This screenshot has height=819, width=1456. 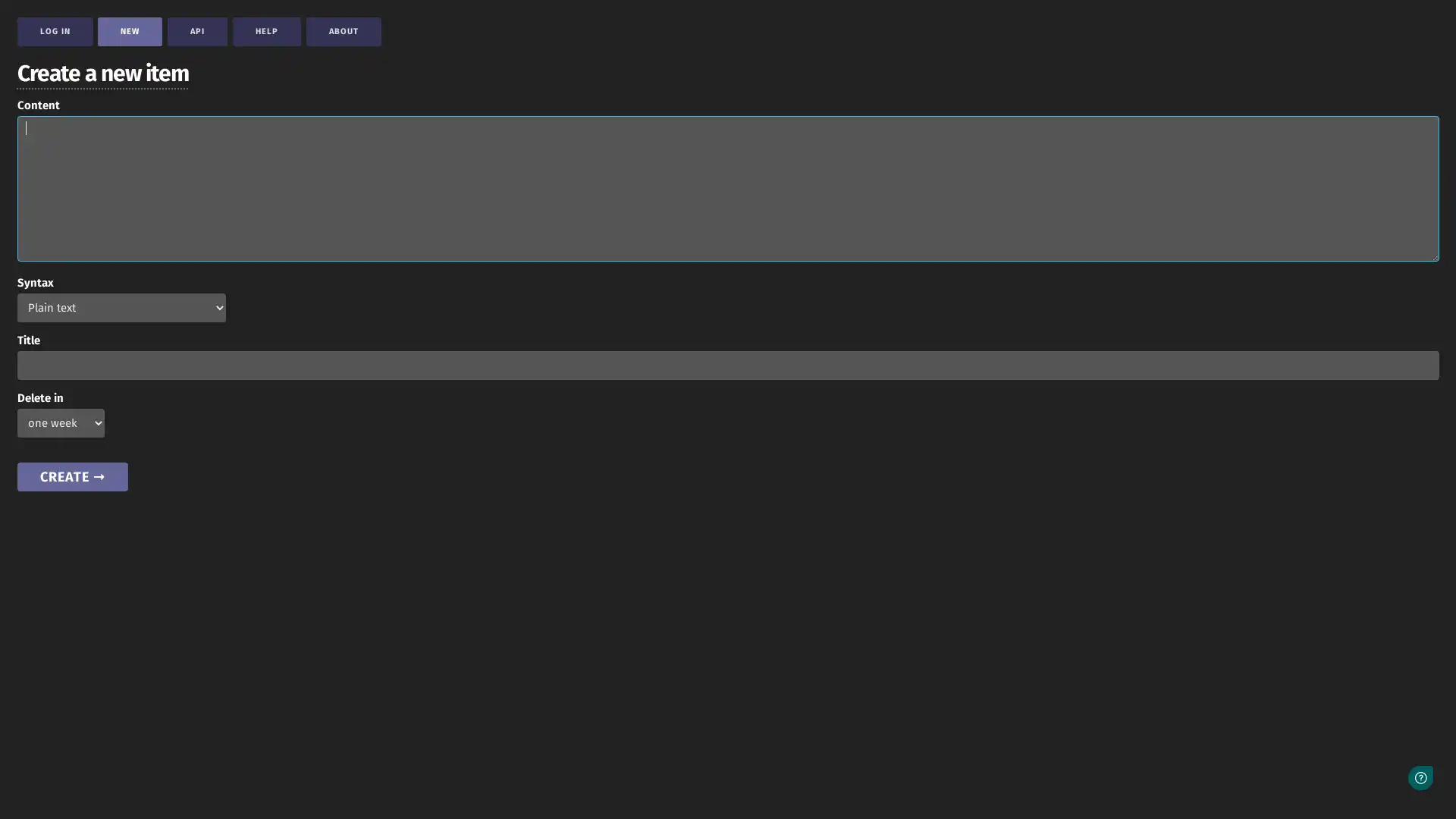 I want to click on Create, so click(x=71, y=475).